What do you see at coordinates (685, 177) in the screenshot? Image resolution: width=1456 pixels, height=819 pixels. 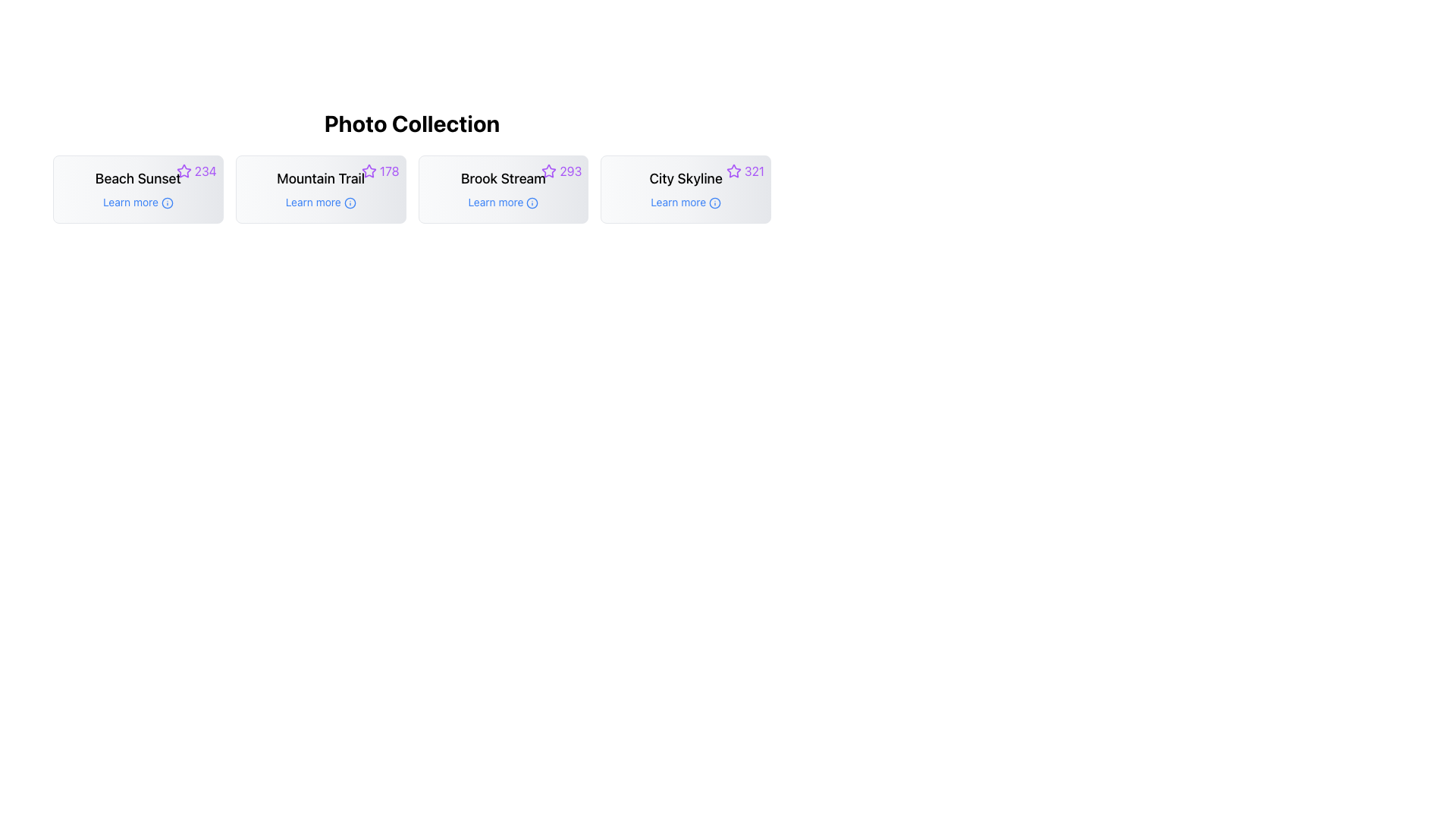 I see `text label that serves as the title of the entry in the photo collection, centrally located near the top of the fourth card in a horizontally aligned grid` at bounding box center [685, 177].